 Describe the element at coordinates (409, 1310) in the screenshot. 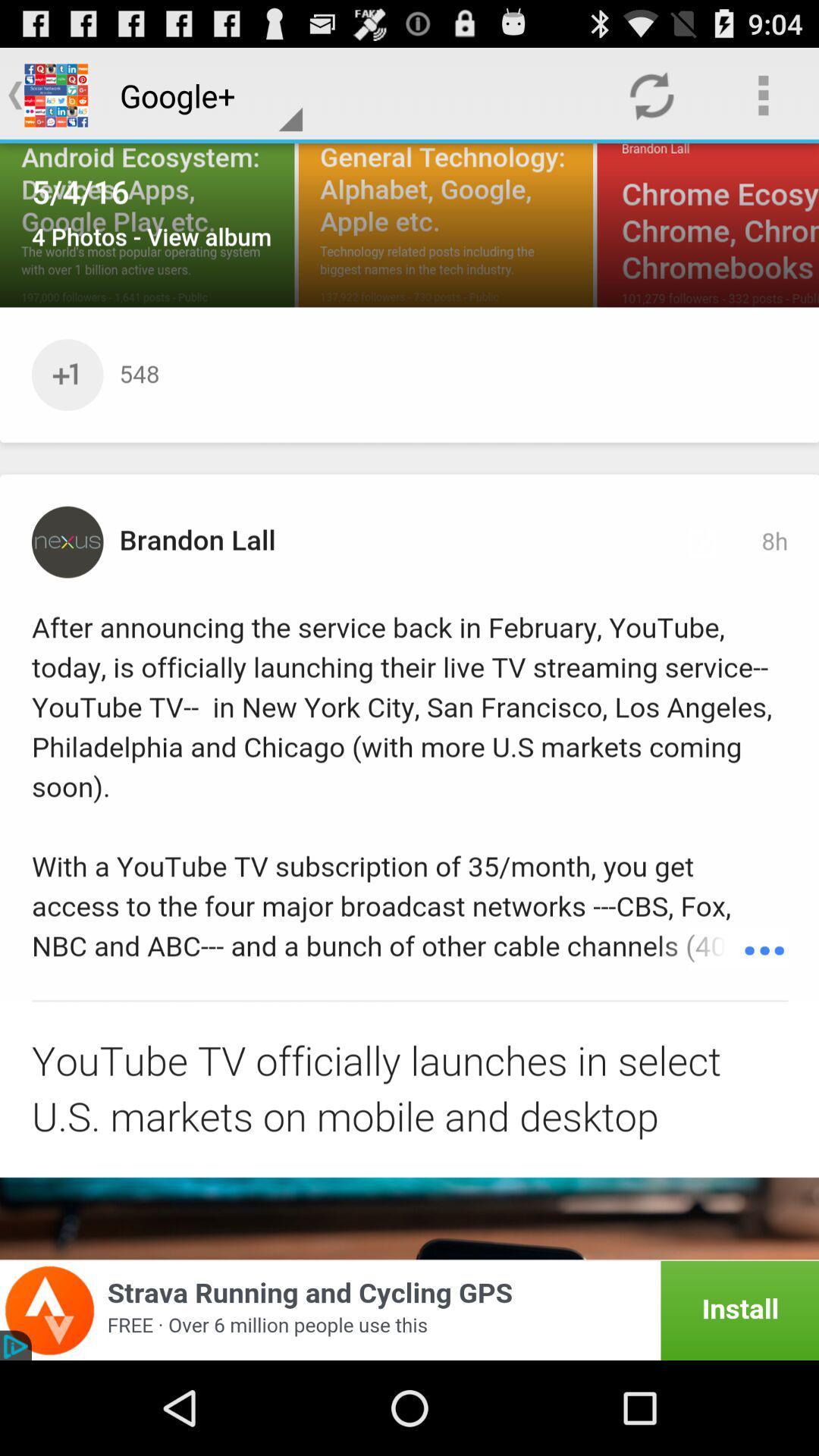

I see `install strava` at that location.